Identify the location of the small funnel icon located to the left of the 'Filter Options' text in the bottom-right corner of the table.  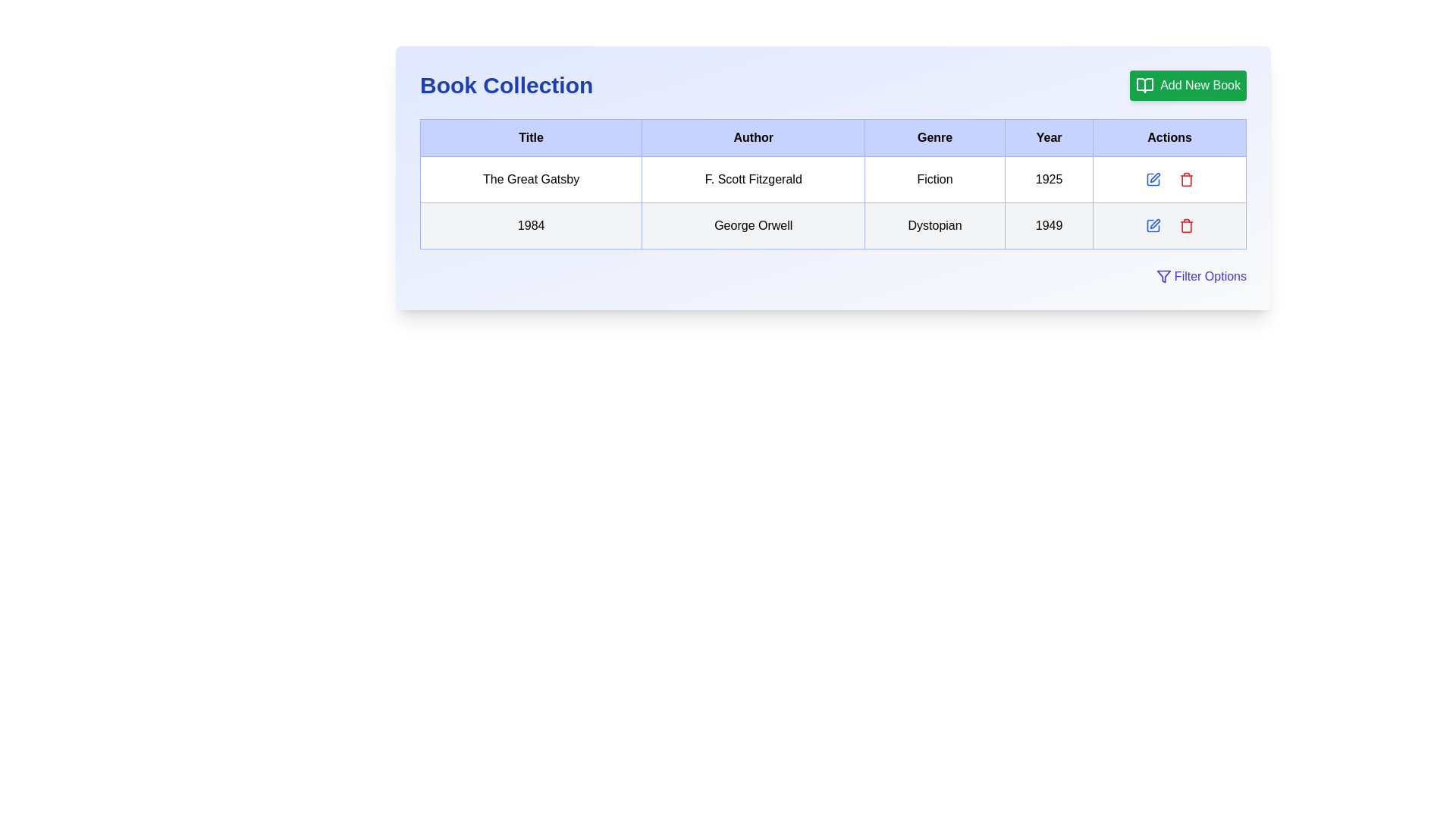
(1163, 277).